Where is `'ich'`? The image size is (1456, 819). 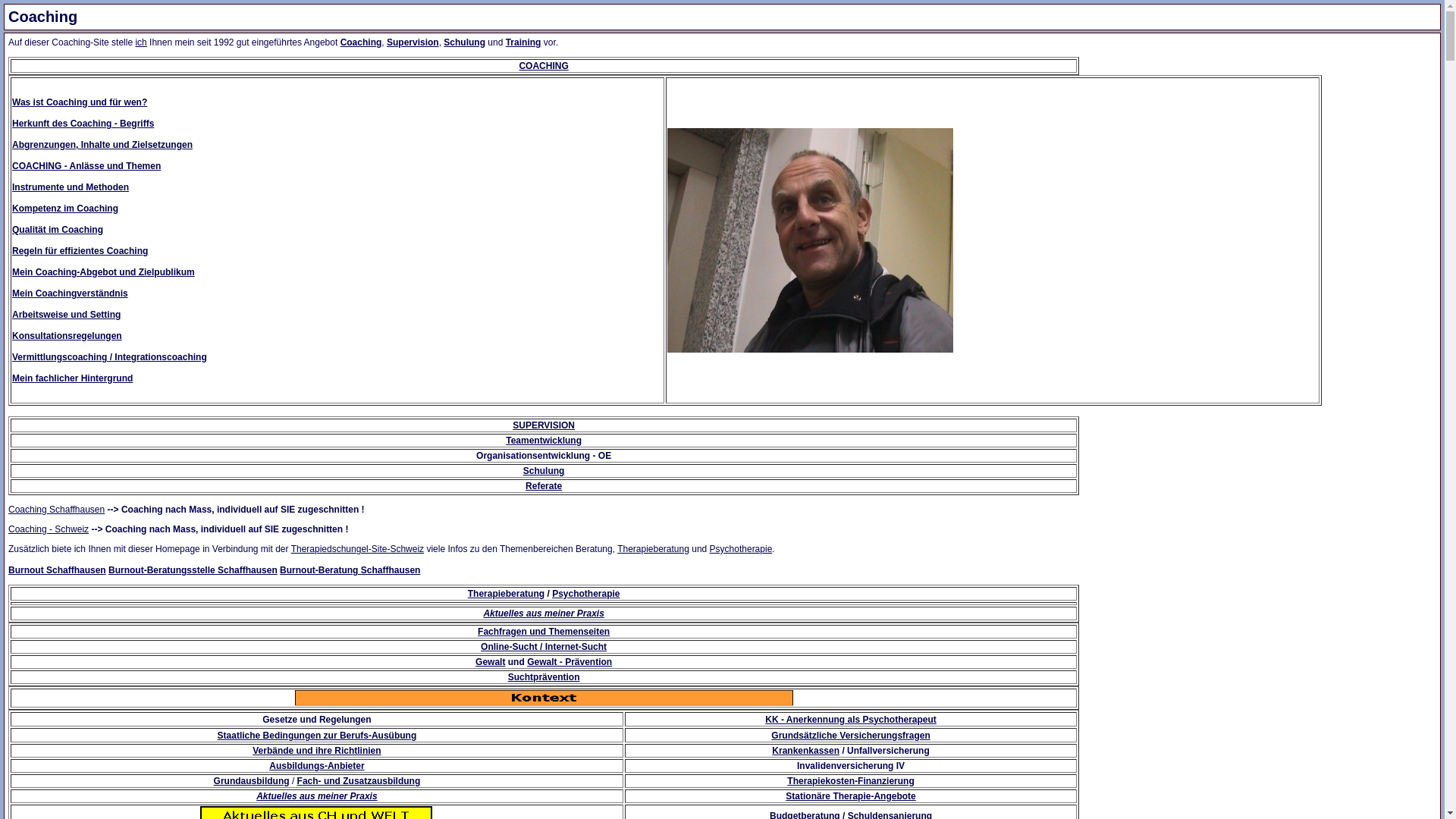 'ich' is located at coordinates (134, 42).